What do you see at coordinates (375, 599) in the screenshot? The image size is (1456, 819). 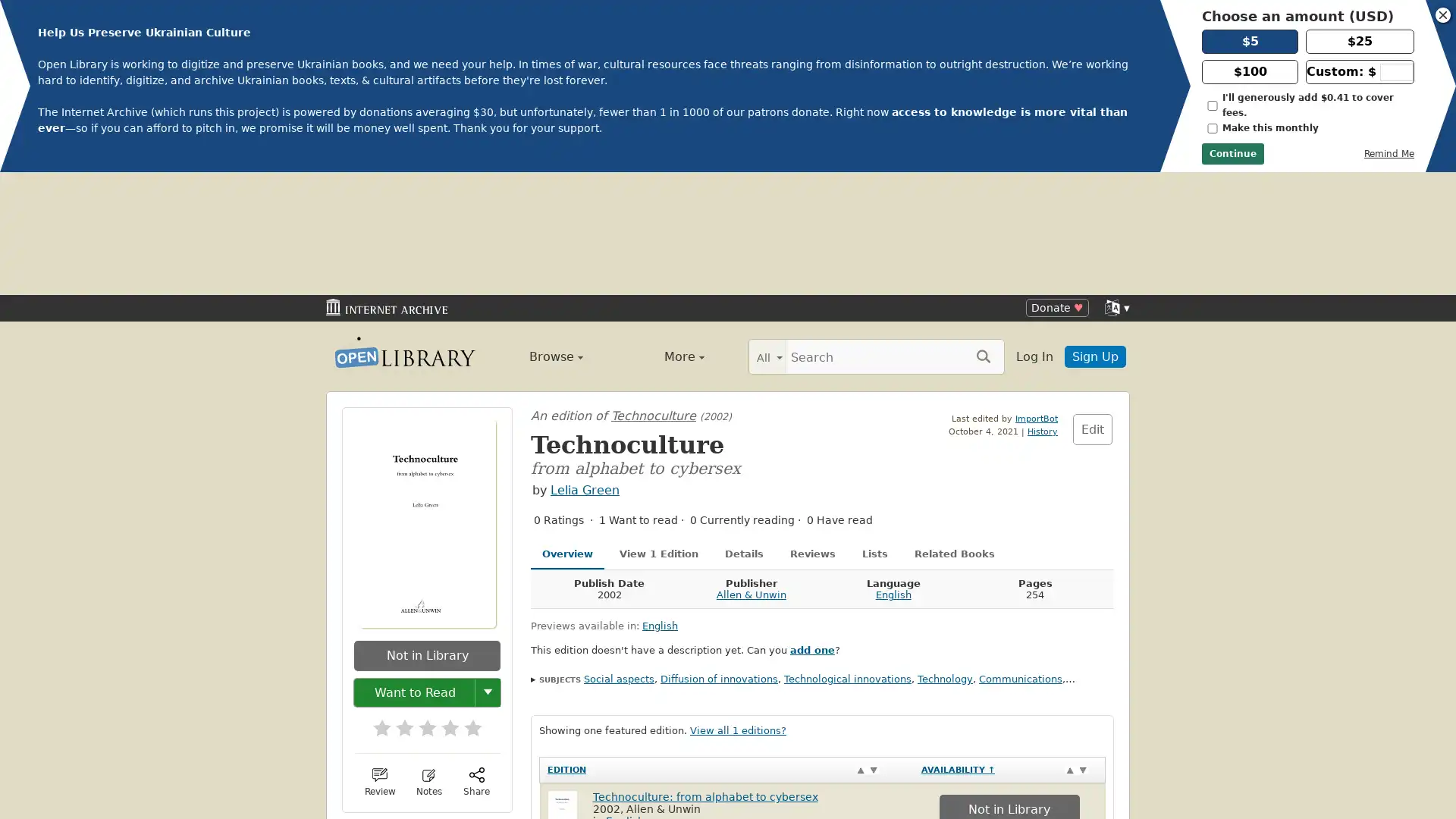 I see `1` at bounding box center [375, 599].